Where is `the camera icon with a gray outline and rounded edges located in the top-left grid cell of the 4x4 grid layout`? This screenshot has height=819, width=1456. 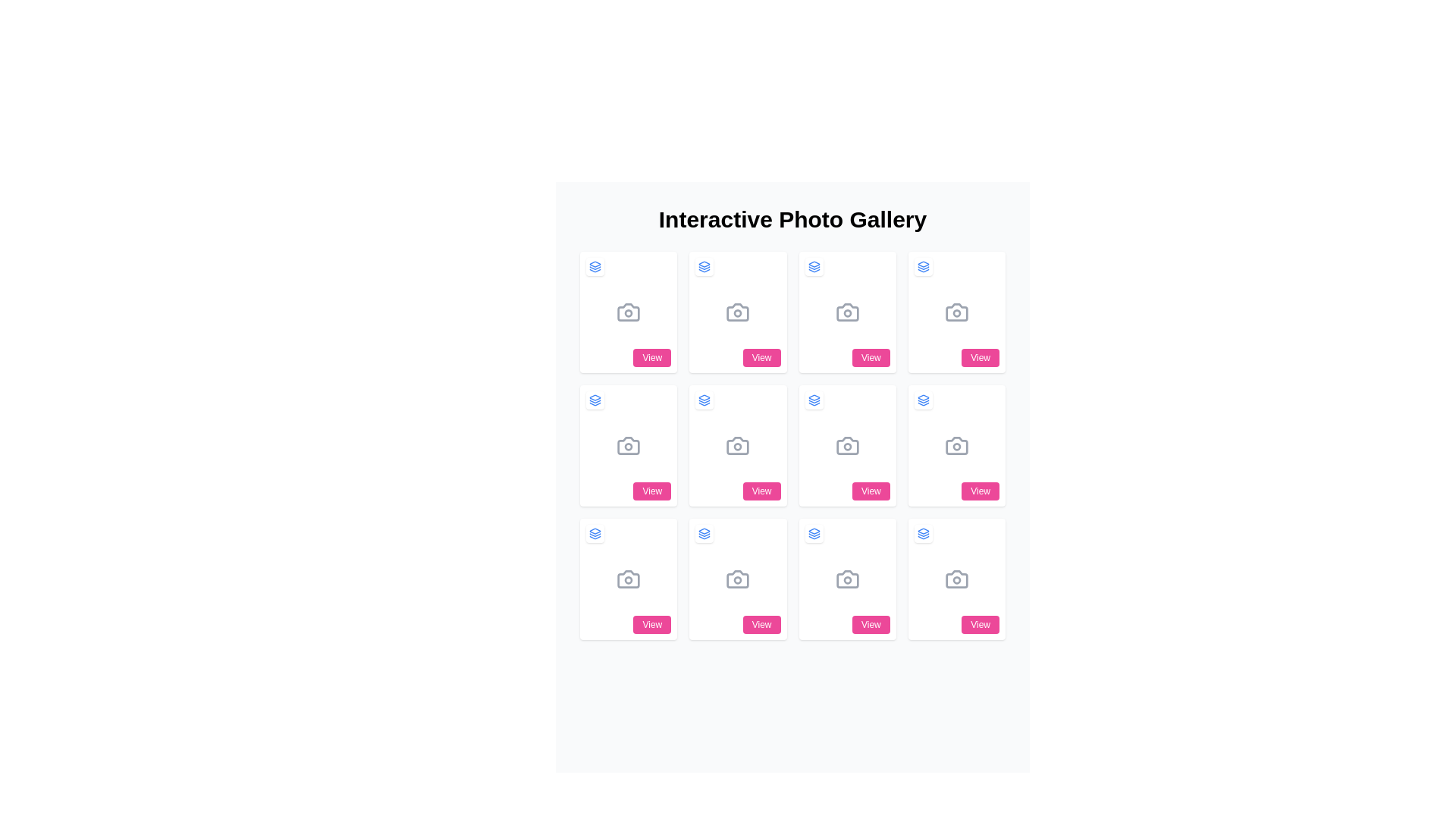 the camera icon with a gray outline and rounded edges located in the top-left grid cell of the 4x4 grid layout is located at coordinates (629, 312).